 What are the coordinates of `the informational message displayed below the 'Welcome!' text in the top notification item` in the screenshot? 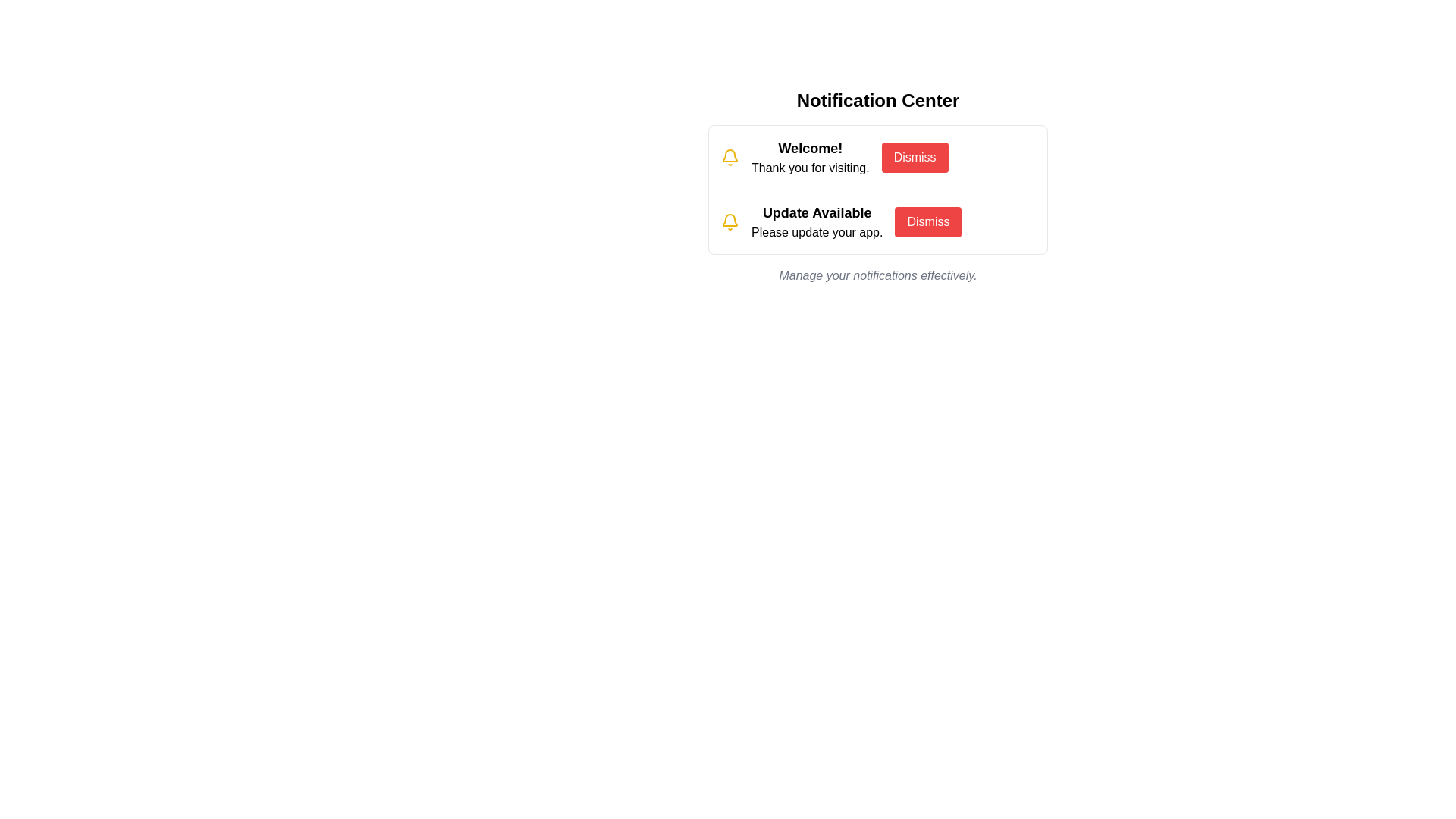 It's located at (809, 168).